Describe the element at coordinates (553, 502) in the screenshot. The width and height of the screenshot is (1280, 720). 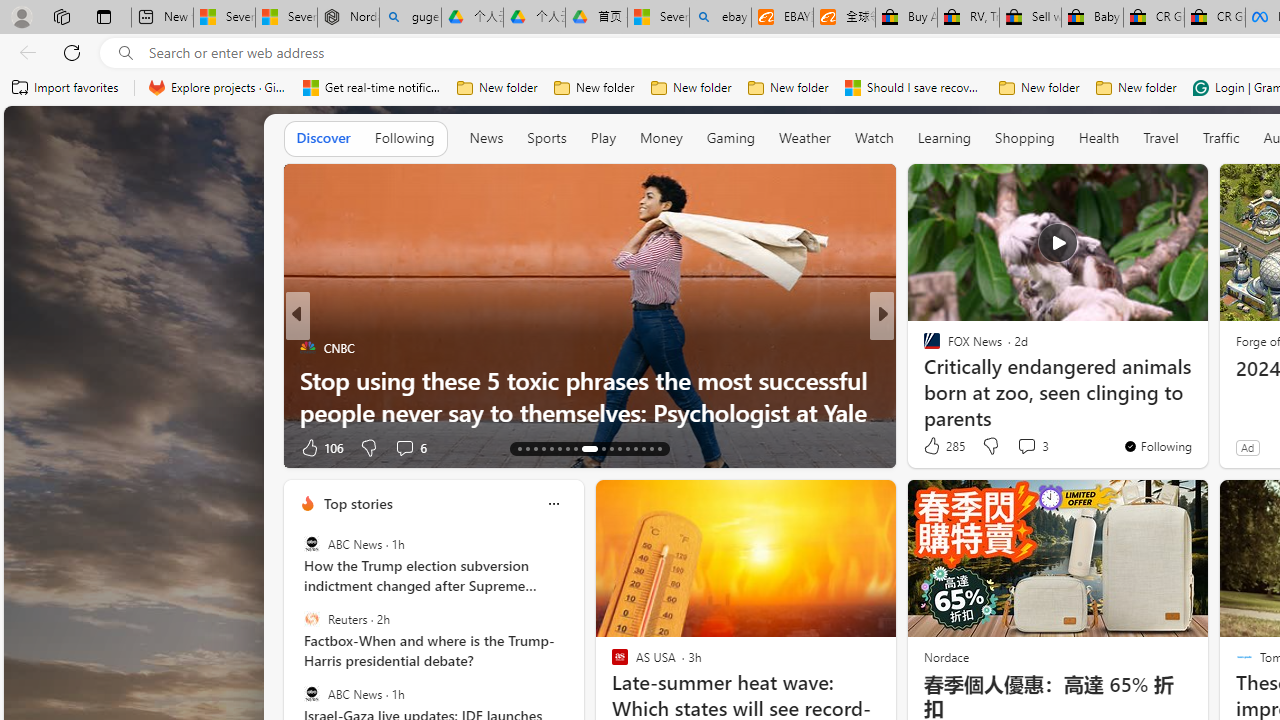
I see `'Class: icon-img'` at that location.